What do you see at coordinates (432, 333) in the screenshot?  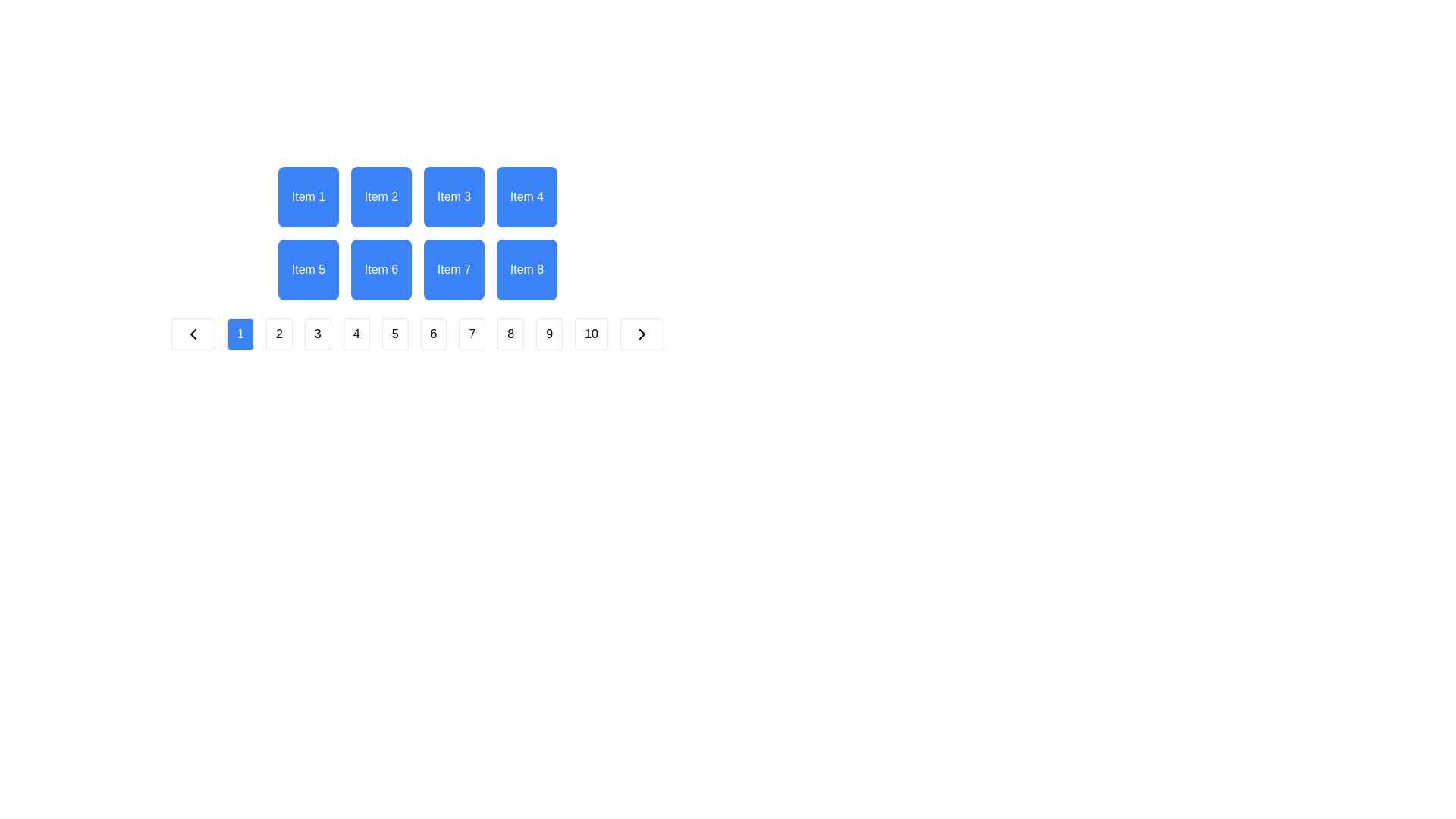 I see `the pagination button labeled '6' located centrally in the row of pagination buttons below the grid of blue item cards` at bounding box center [432, 333].